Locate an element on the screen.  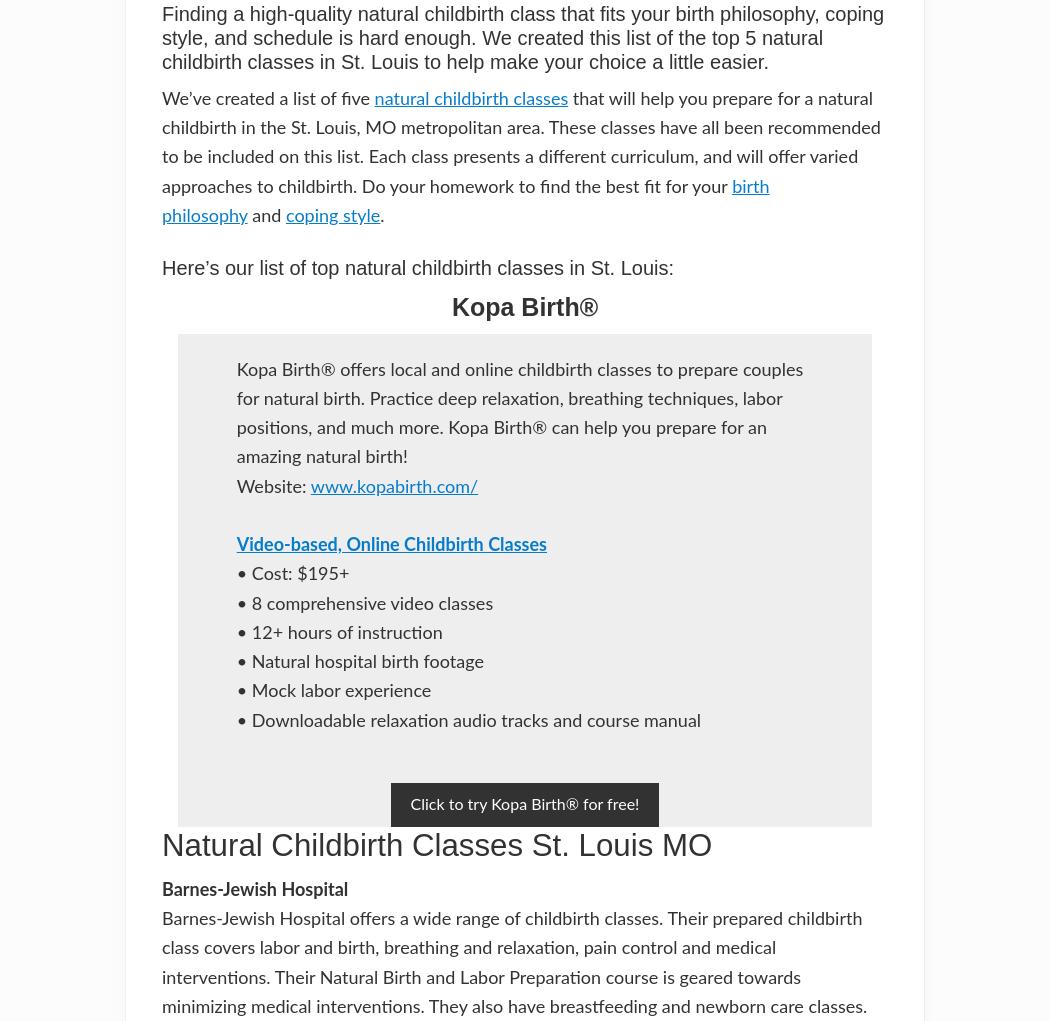
'• Downloadable relaxation audio tracks and course manual' is located at coordinates (236, 720).